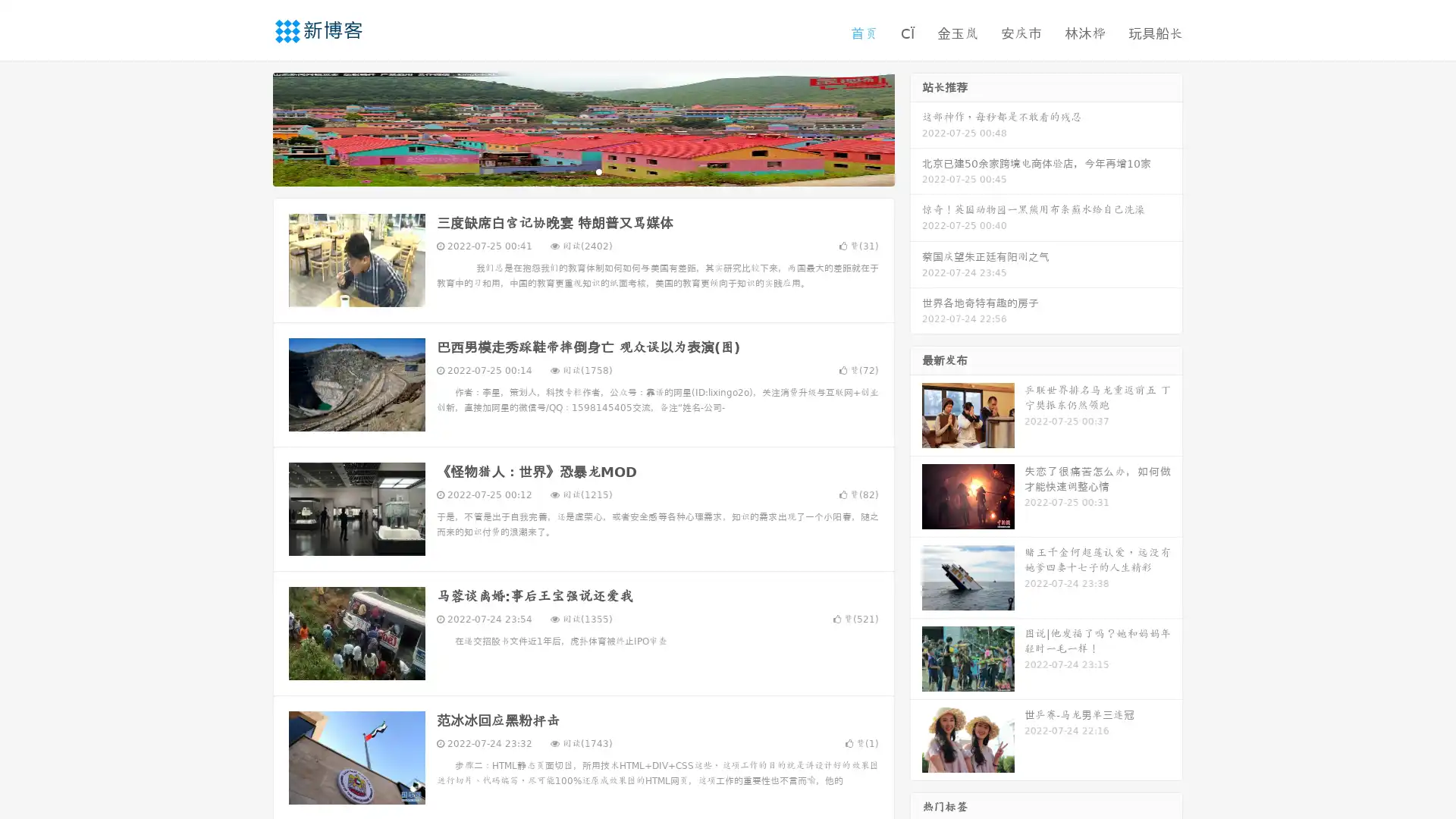  Describe the element at coordinates (598, 171) in the screenshot. I see `Go to slide 3` at that location.